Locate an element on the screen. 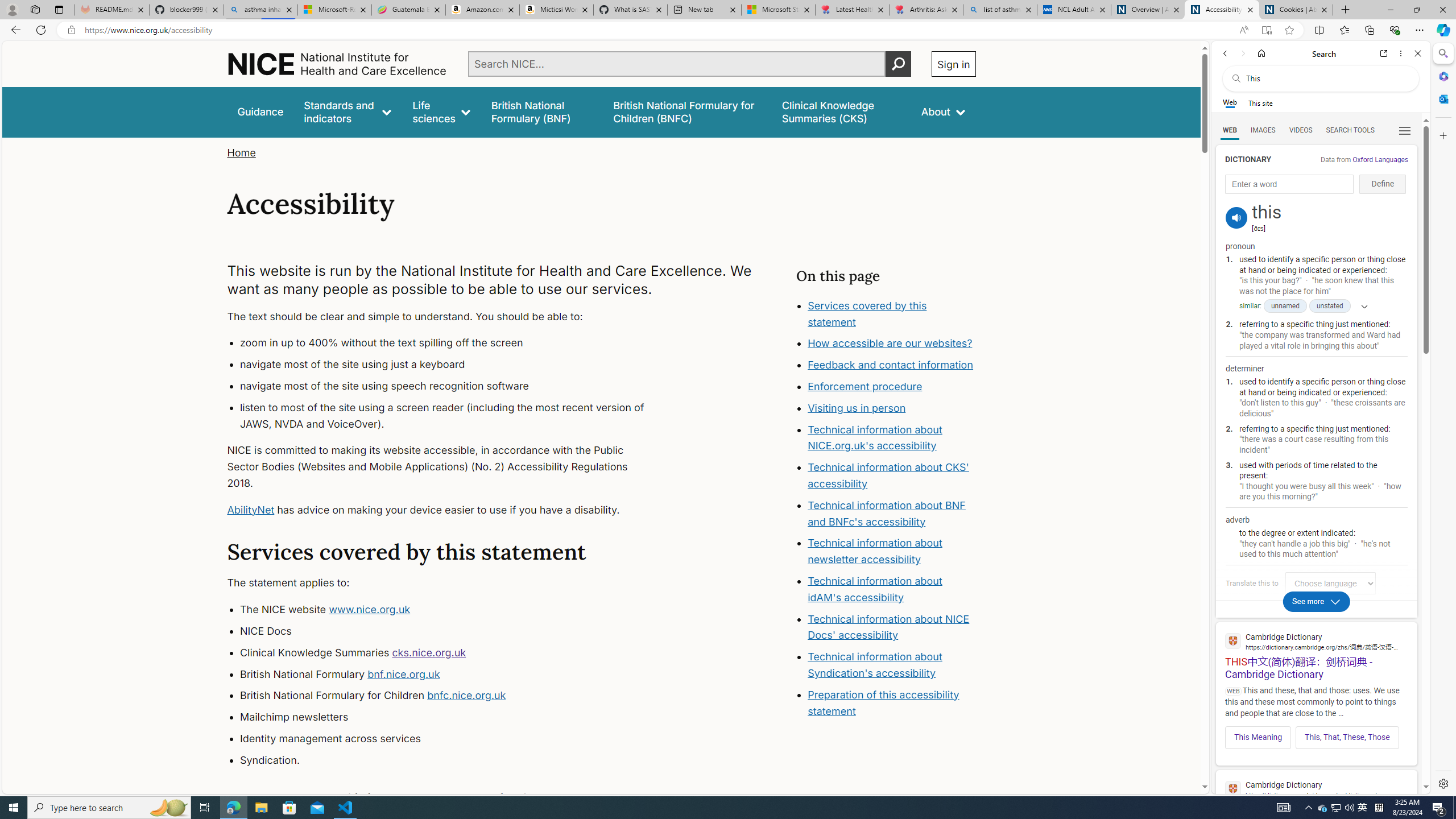 This screenshot has height=819, width=1456. 'Define' is located at coordinates (1383, 184).